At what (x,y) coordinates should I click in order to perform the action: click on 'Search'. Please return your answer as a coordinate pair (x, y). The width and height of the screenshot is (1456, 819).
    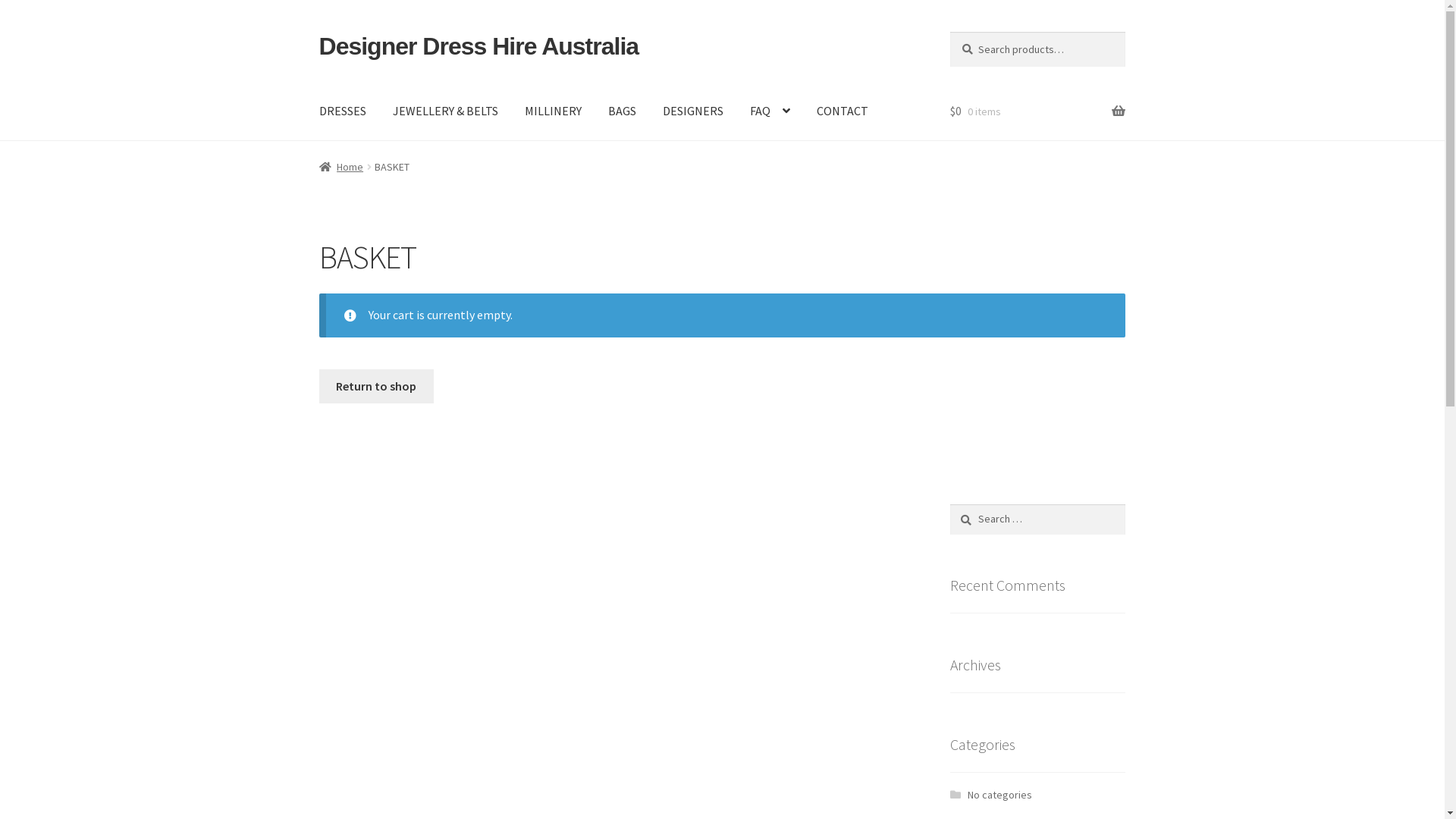
    Looking at the image, I should click on (949, 504).